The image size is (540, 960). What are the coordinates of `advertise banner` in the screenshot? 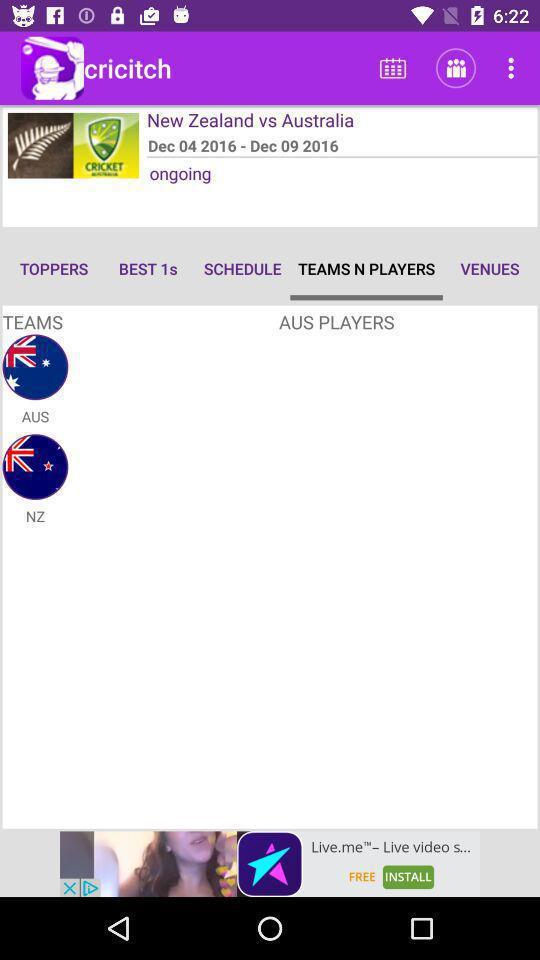 It's located at (270, 863).